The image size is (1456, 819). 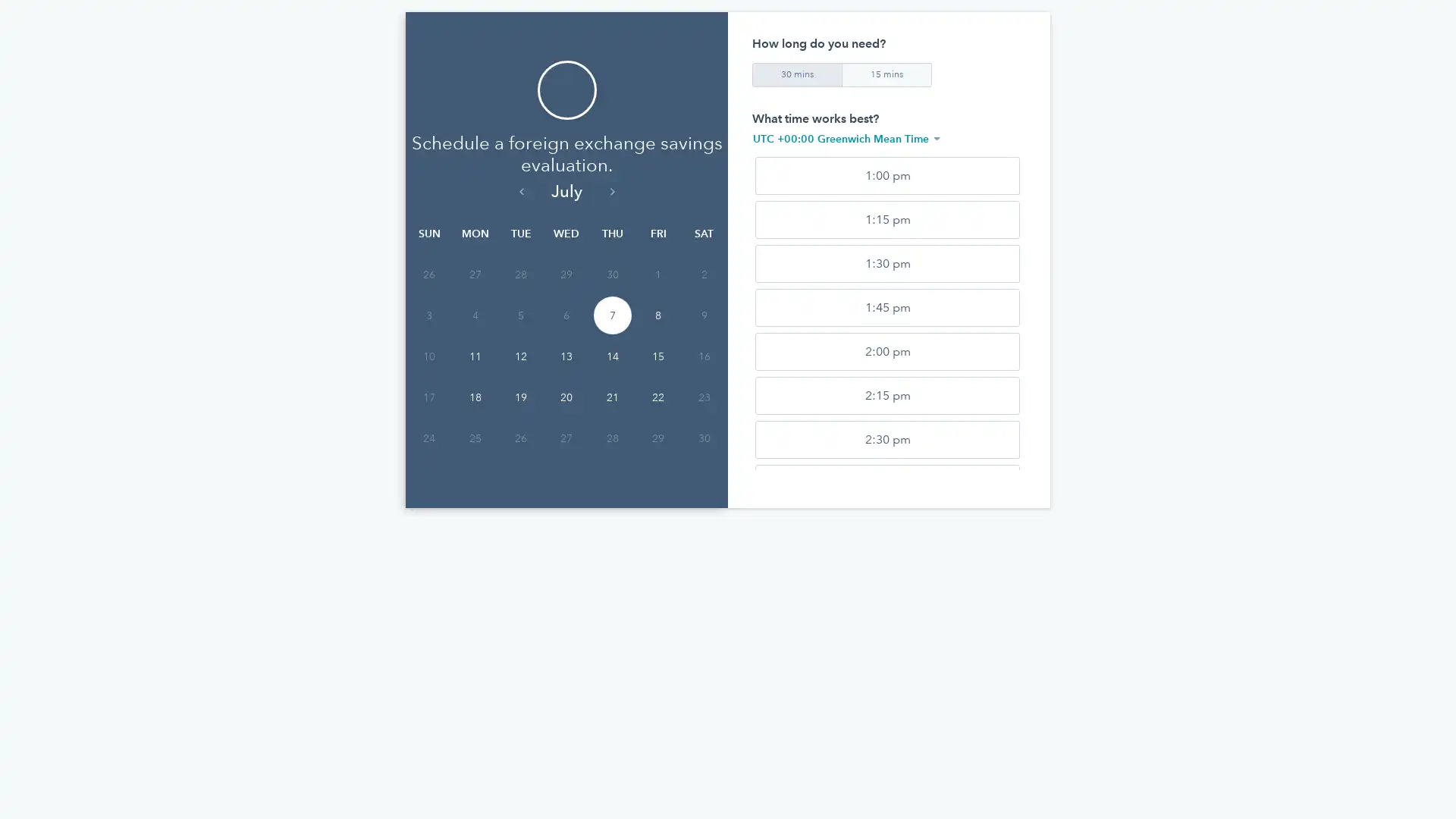 I want to click on July 4th, so click(x=473, y=315).